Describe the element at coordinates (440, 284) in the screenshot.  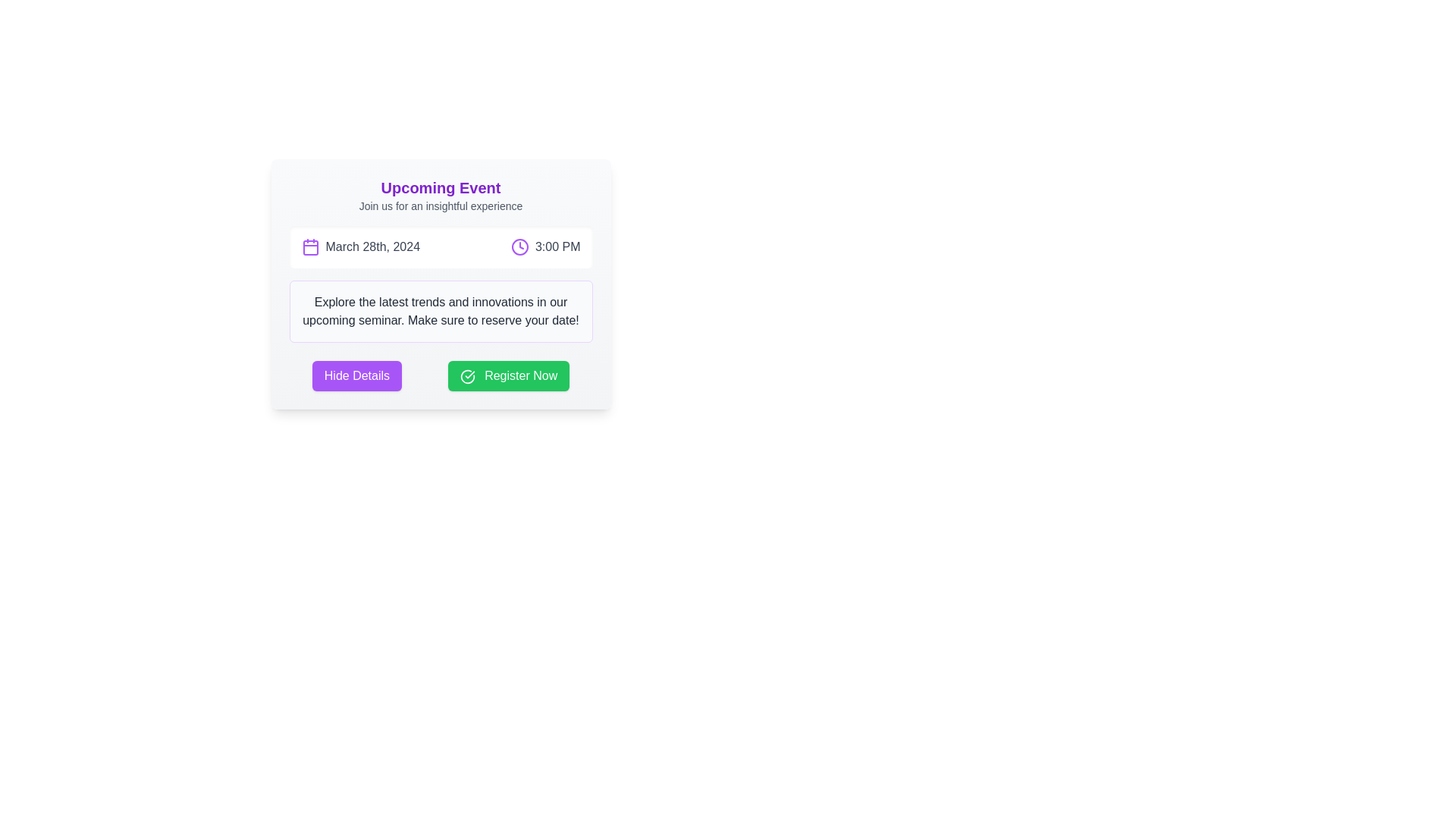
I see `event details from the Information Panel that advertises an event scheduled for March 28th, 2024, at 3:00 PM` at that location.